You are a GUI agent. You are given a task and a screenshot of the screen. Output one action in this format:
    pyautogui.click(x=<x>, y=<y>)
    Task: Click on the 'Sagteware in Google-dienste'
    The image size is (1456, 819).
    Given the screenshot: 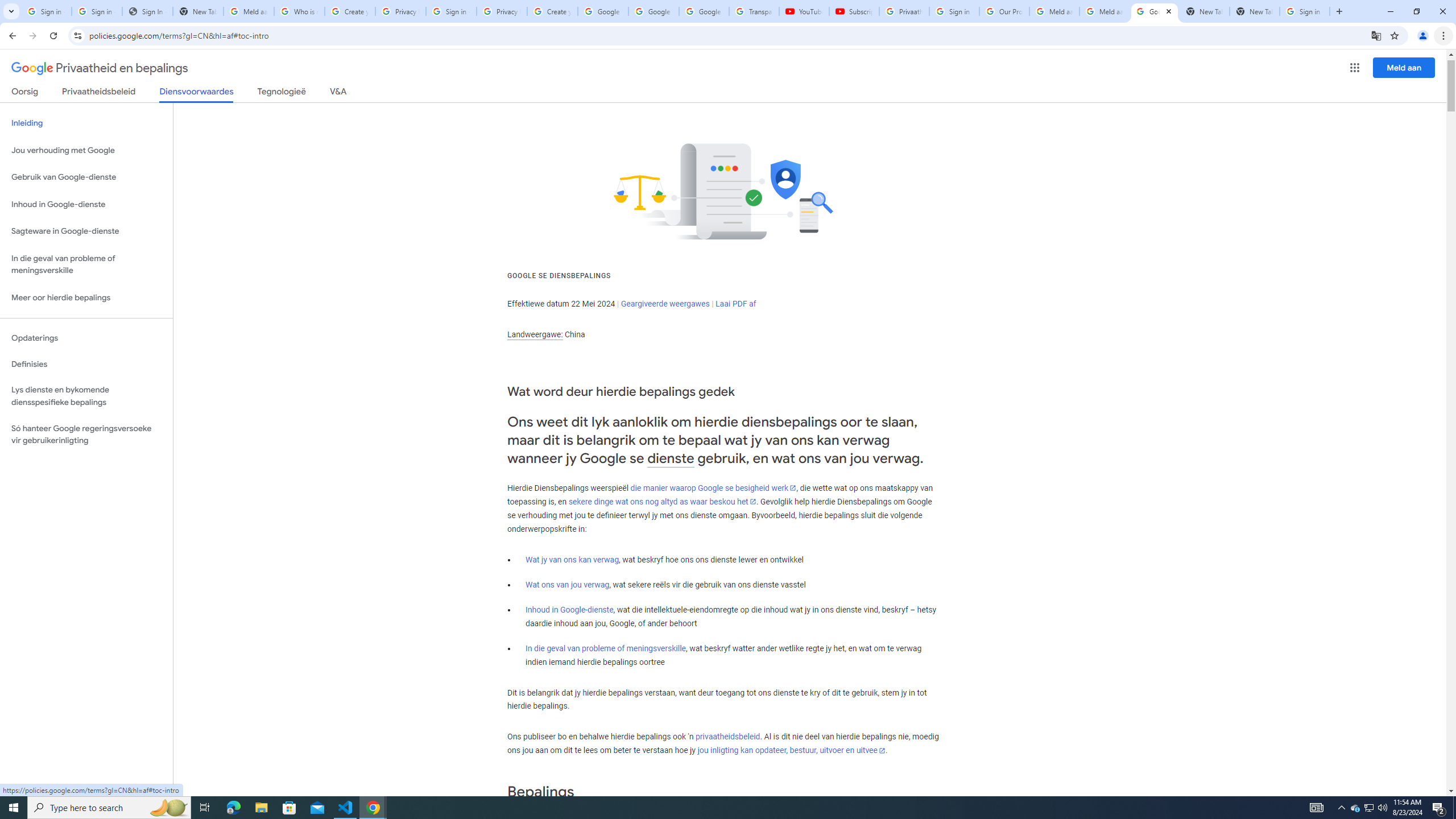 What is the action you would take?
    pyautogui.click(x=86, y=230)
    